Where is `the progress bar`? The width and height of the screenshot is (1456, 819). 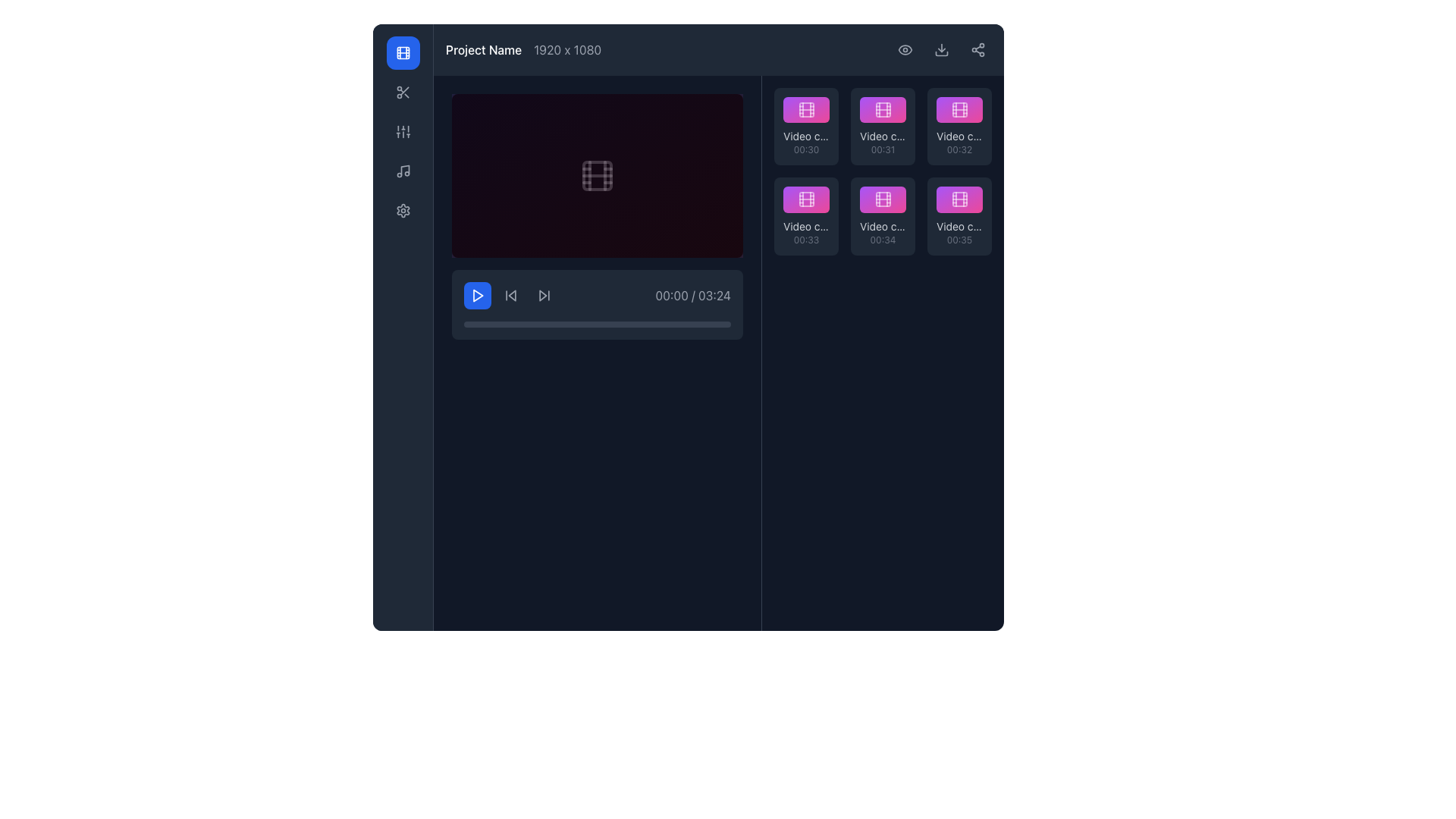
the progress bar is located at coordinates (629, 324).